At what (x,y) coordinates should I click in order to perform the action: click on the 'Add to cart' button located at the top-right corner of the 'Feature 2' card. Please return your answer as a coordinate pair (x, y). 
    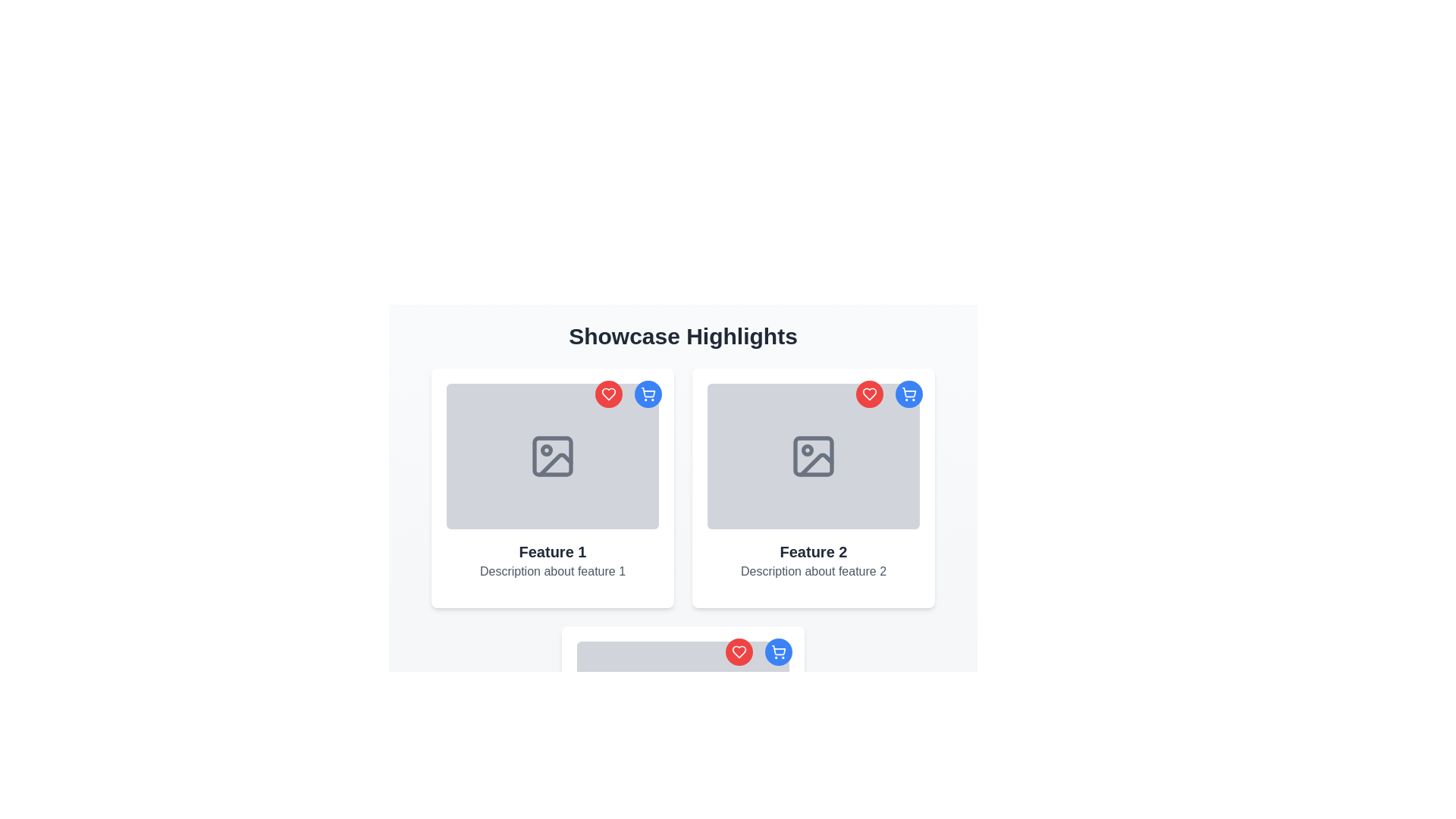
    Looking at the image, I should click on (909, 394).